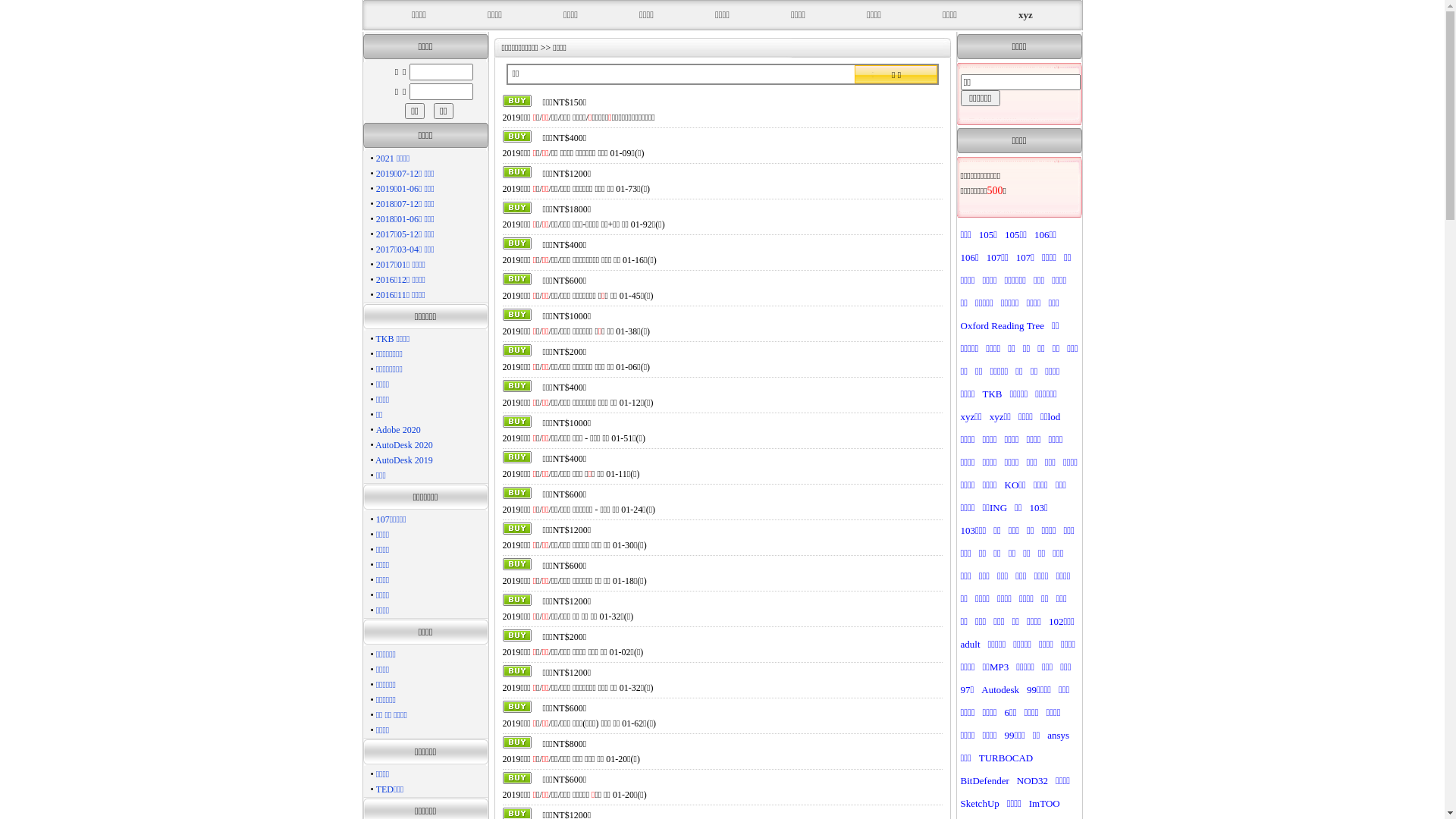 The width and height of the screenshot is (1456, 819). Describe the element at coordinates (984, 780) in the screenshot. I see `'BitDefender'` at that location.